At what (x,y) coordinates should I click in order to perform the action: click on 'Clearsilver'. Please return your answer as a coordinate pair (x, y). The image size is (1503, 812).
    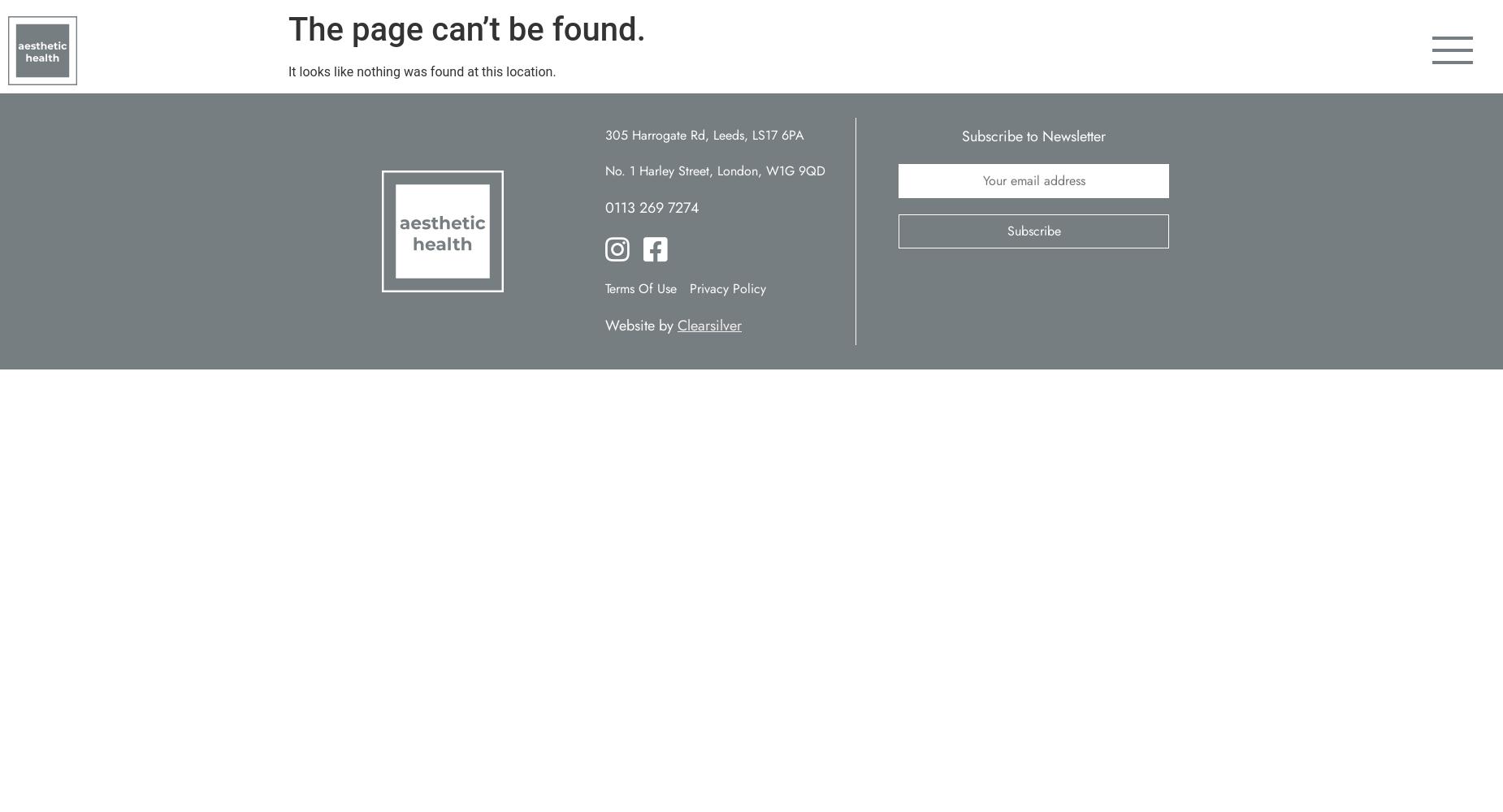
    Looking at the image, I should click on (708, 326).